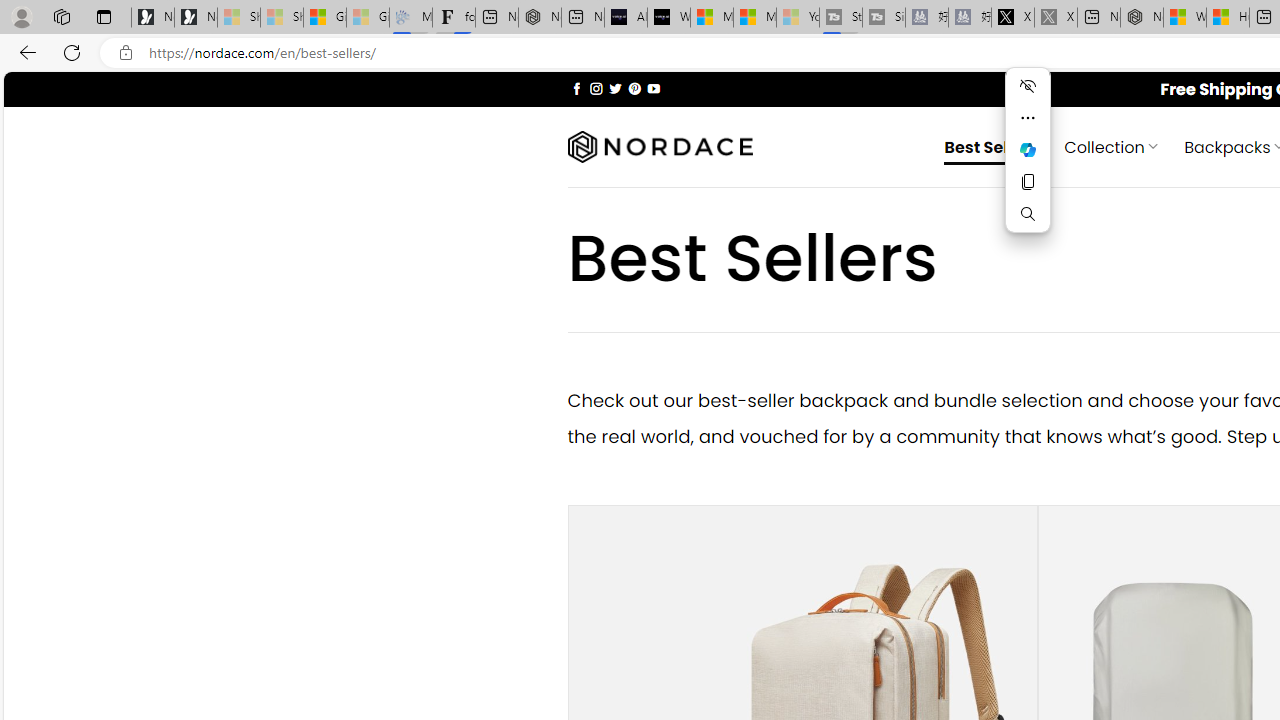 The height and width of the screenshot is (720, 1280). What do you see at coordinates (1055, 17) in the screenshot?
I see `'X - Sleeping'` at bounding box center [1055, 17].